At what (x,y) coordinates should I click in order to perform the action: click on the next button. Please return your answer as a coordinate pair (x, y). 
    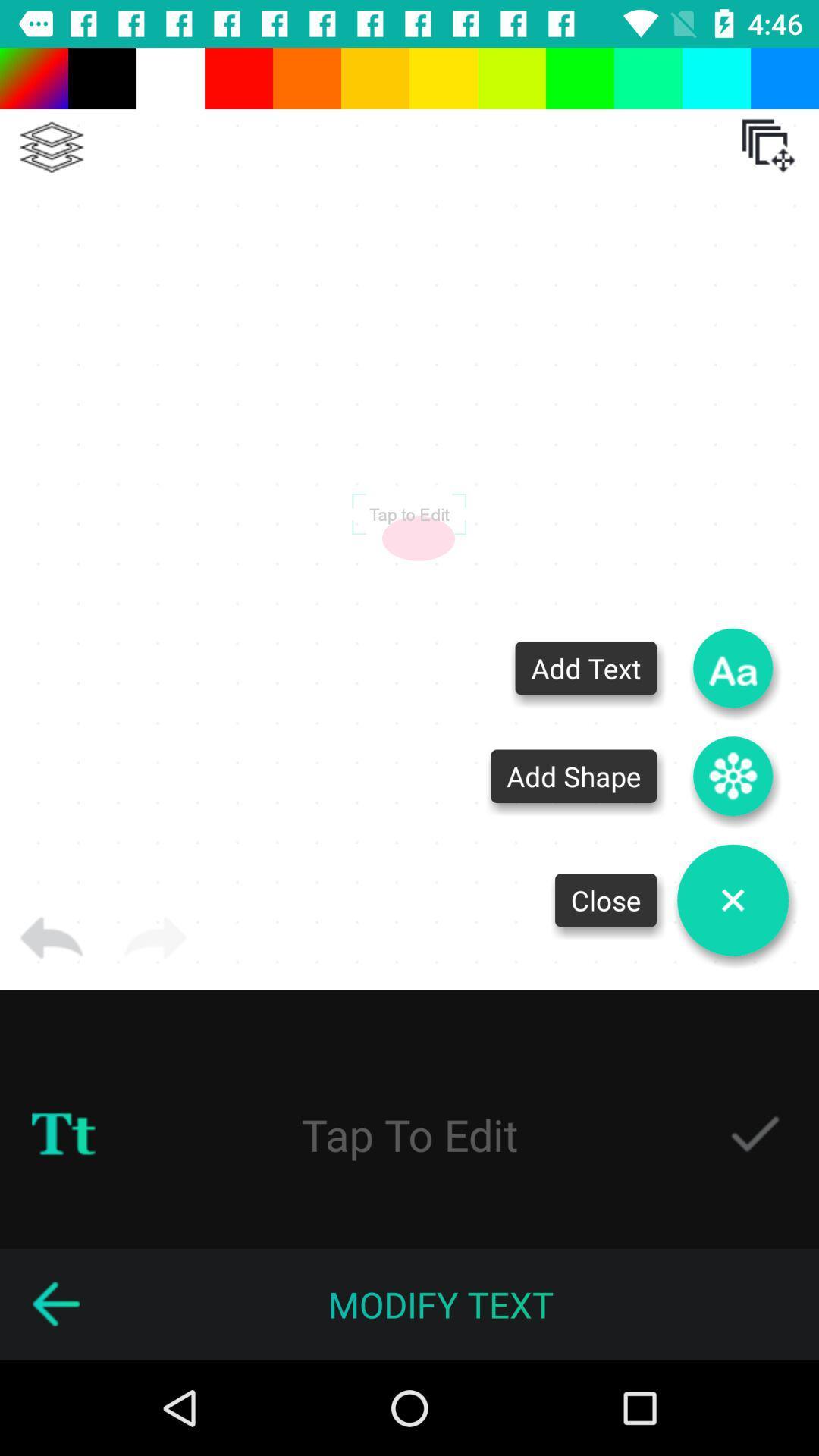
    Looking at the image, I should click on (155, 938).